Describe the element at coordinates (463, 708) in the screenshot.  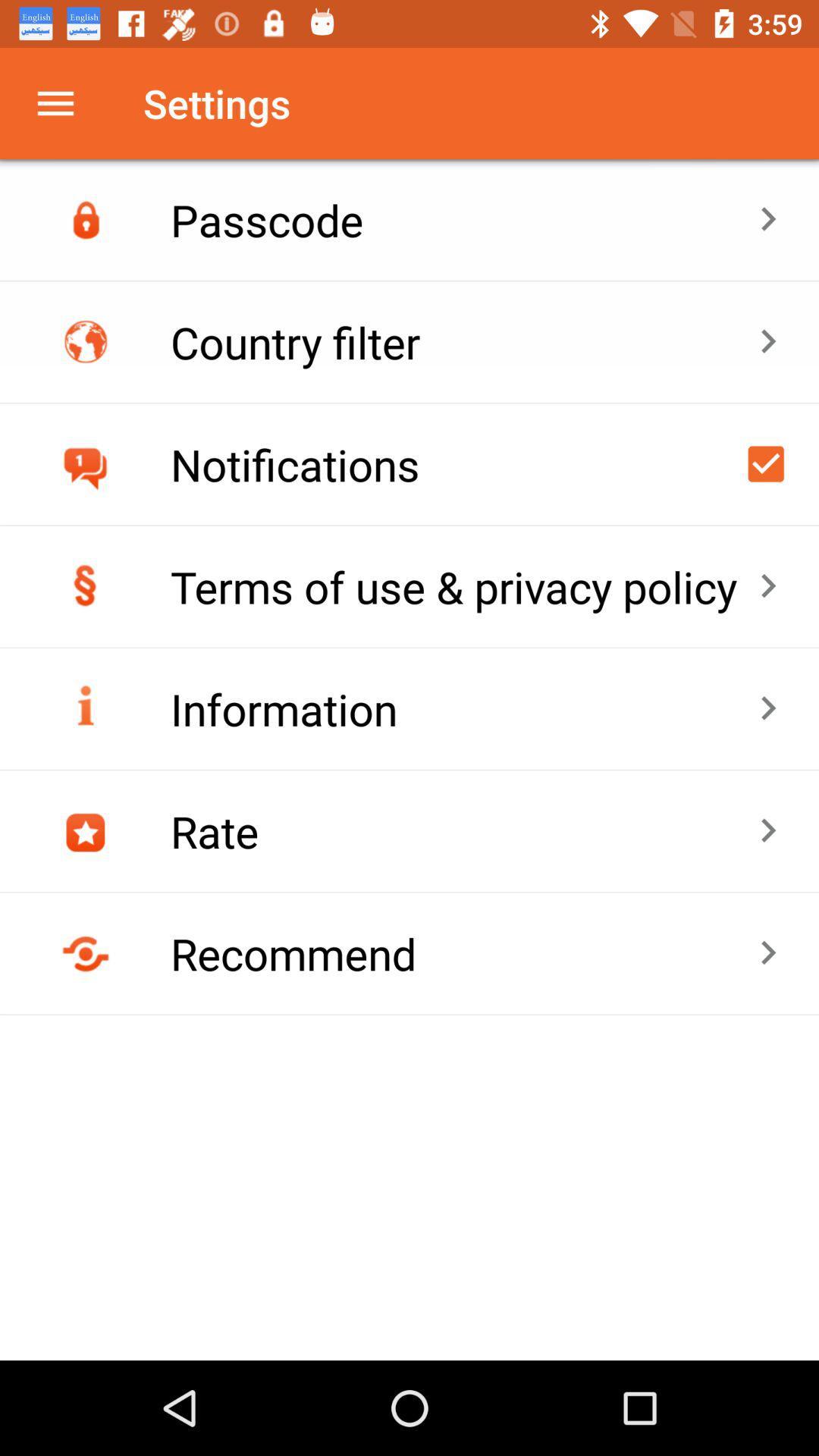
I see `information icon` at that location.